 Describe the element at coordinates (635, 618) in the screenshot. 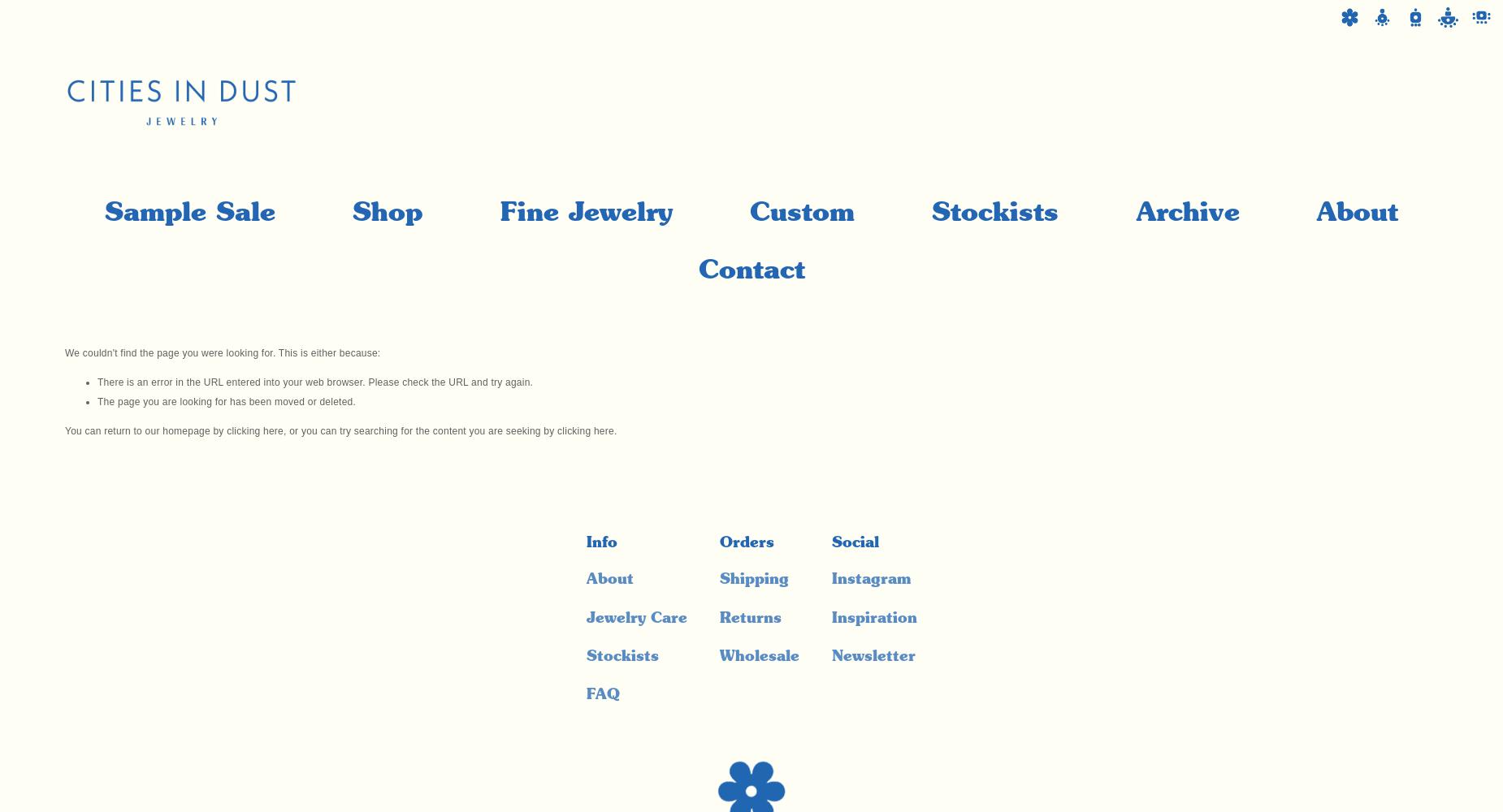

I see `'Jewelry Care'` at that location.